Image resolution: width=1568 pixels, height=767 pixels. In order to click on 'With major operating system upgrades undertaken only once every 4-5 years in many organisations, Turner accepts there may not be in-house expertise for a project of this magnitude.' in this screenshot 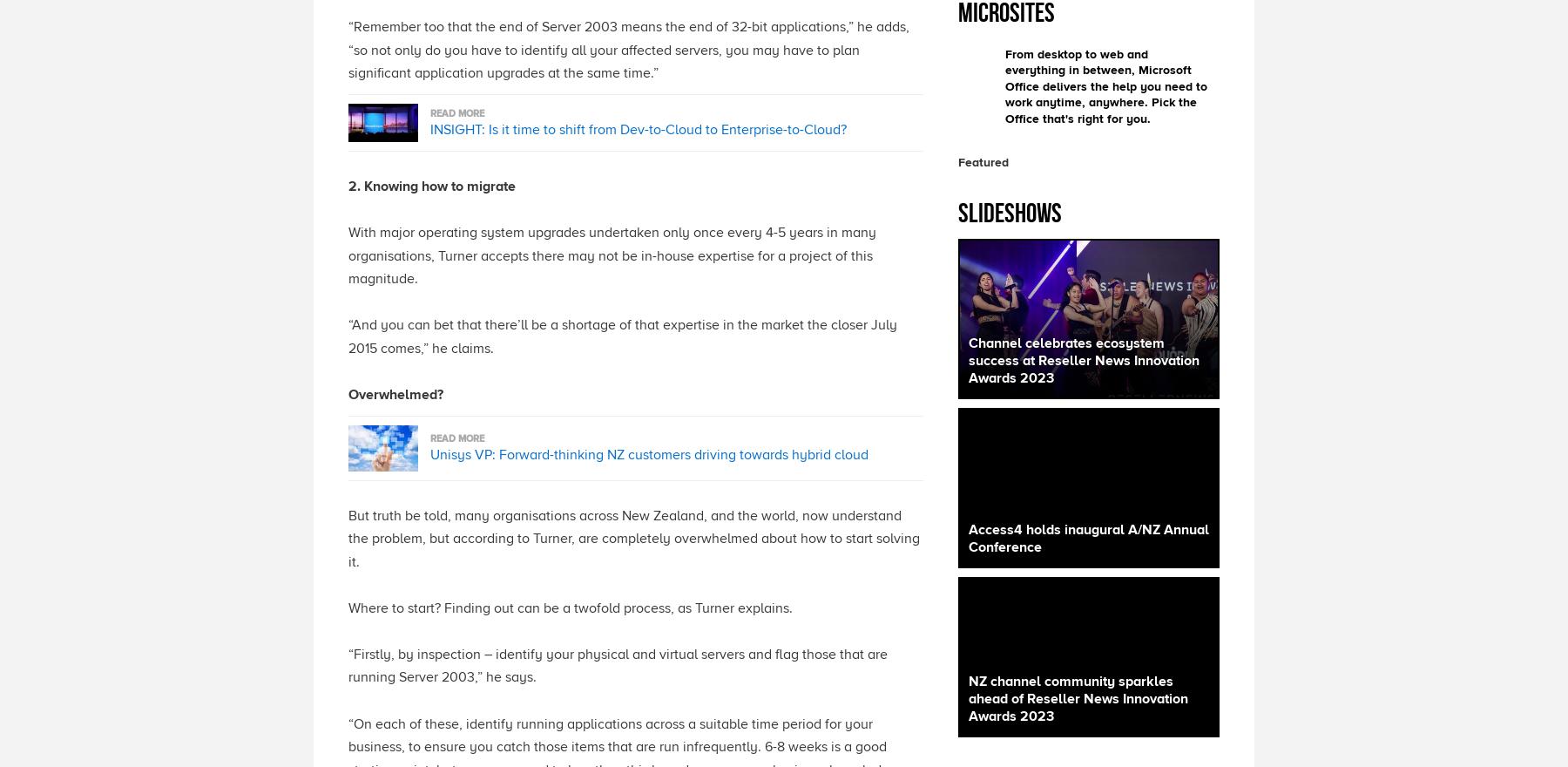, I will do `click(612, 255)`.